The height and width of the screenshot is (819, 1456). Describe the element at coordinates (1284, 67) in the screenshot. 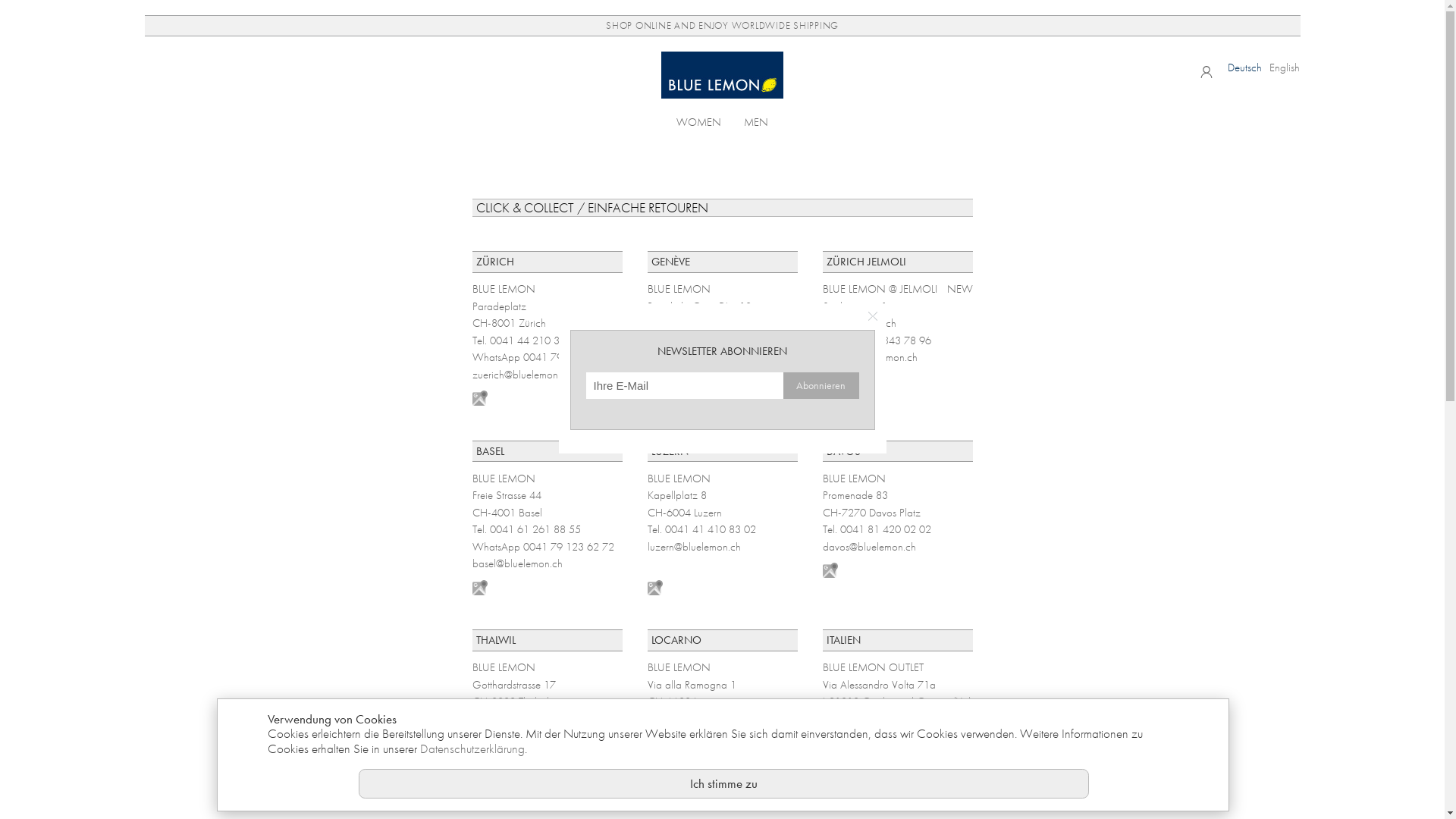

I see `'English'` at that location.